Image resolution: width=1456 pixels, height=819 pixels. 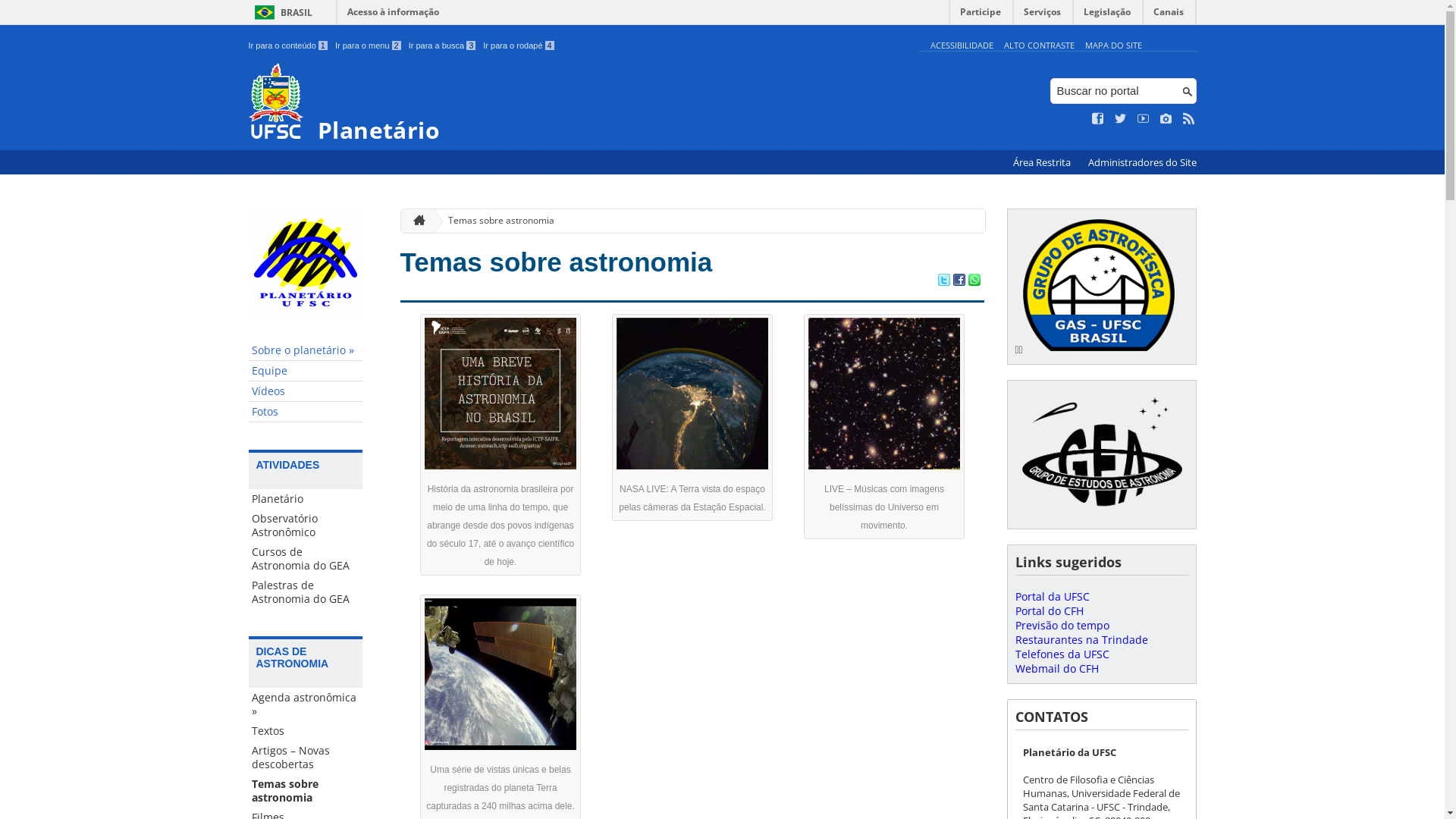 What do you see at coordinates (960, 44) in the screenshot?
I see `'ACESSIBILIDADE'` at bounding box center [960, 44].